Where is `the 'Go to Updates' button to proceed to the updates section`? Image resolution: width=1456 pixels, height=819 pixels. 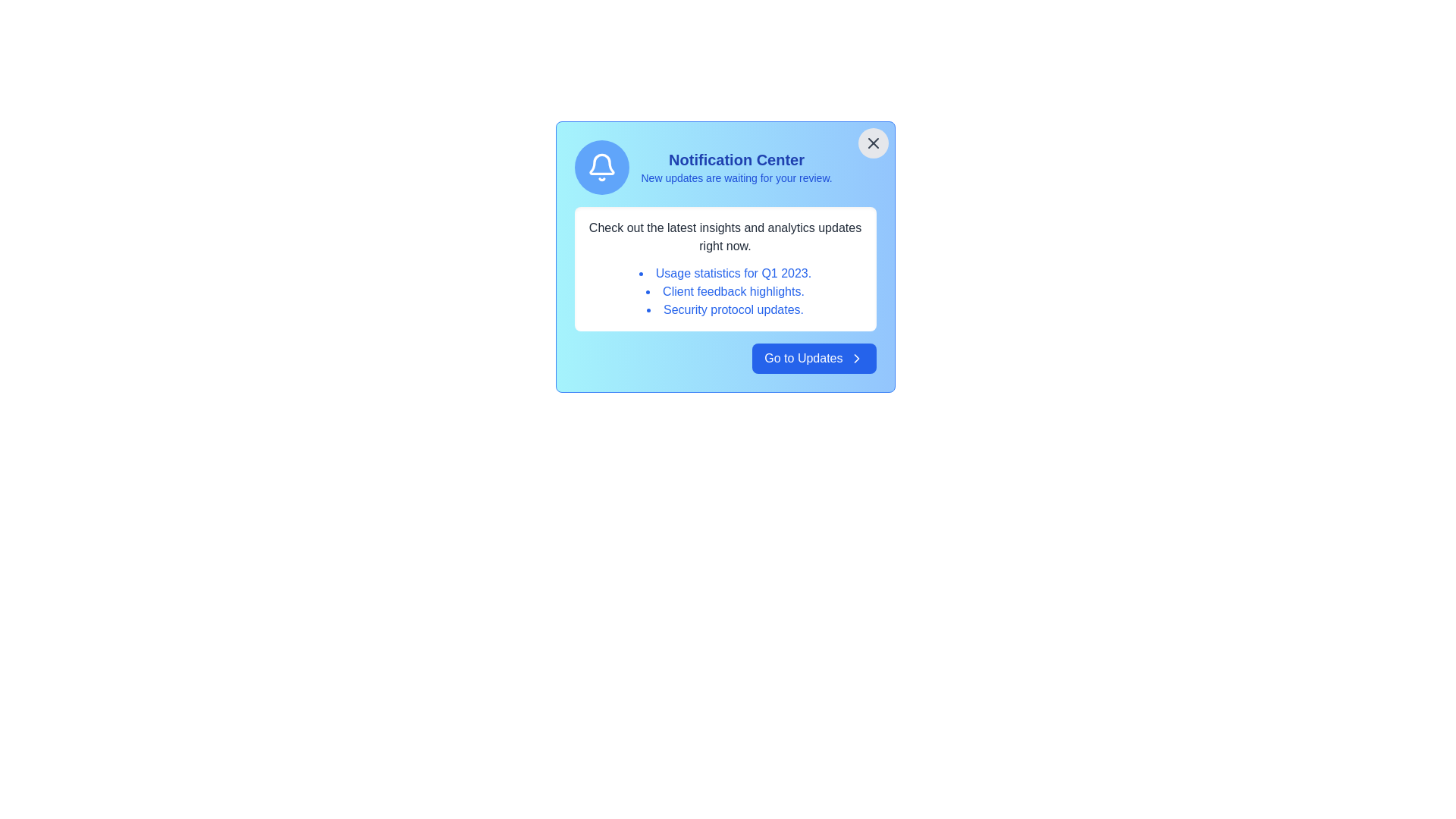 the 'Go to Updates' button to proceed to the updates section is located at coordinates (813, 359).